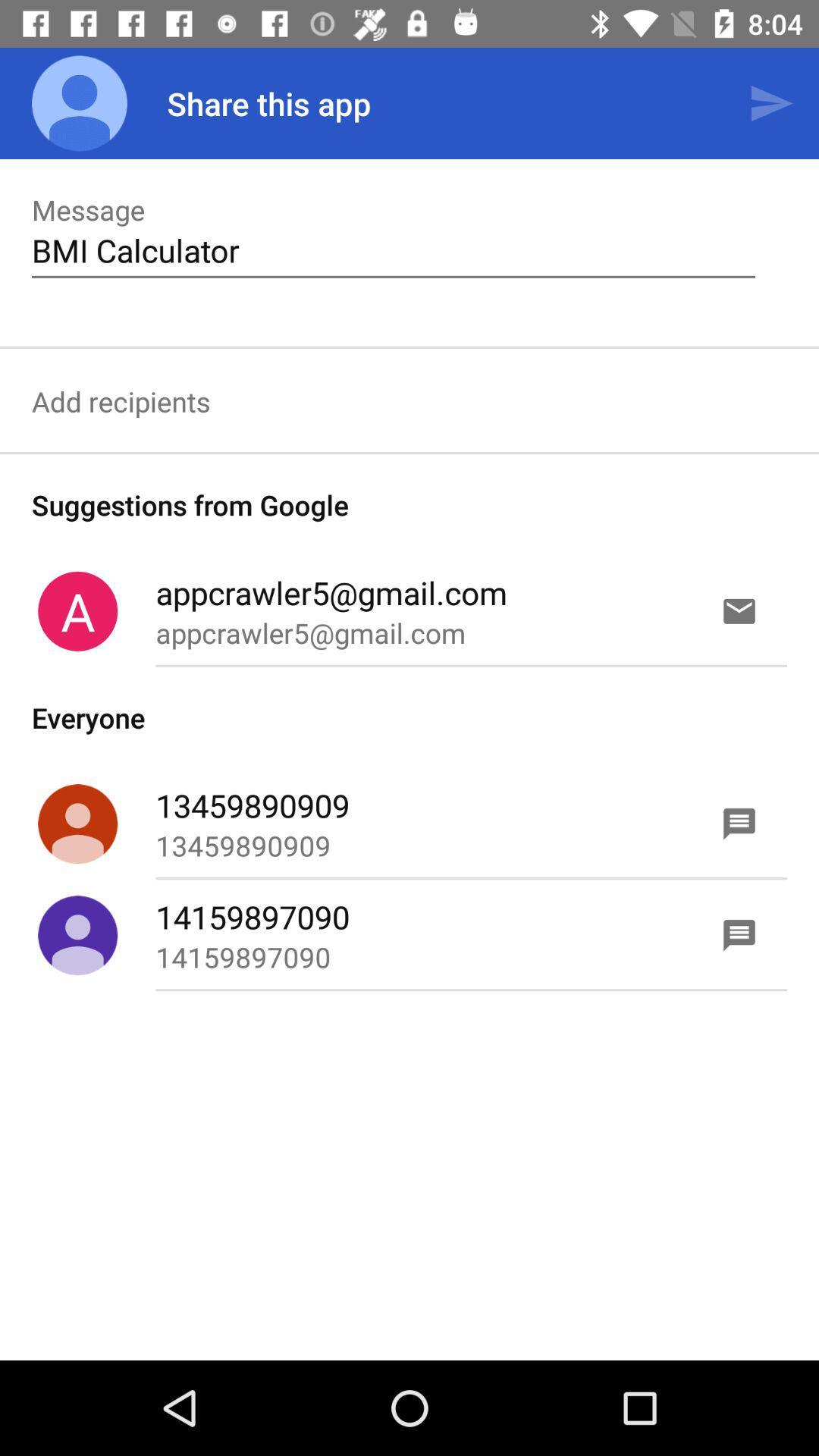  What do you see at coordinates (77, 823) in the screenshot?
I see `contact icon below everyone` at bounding box center [77, 823].